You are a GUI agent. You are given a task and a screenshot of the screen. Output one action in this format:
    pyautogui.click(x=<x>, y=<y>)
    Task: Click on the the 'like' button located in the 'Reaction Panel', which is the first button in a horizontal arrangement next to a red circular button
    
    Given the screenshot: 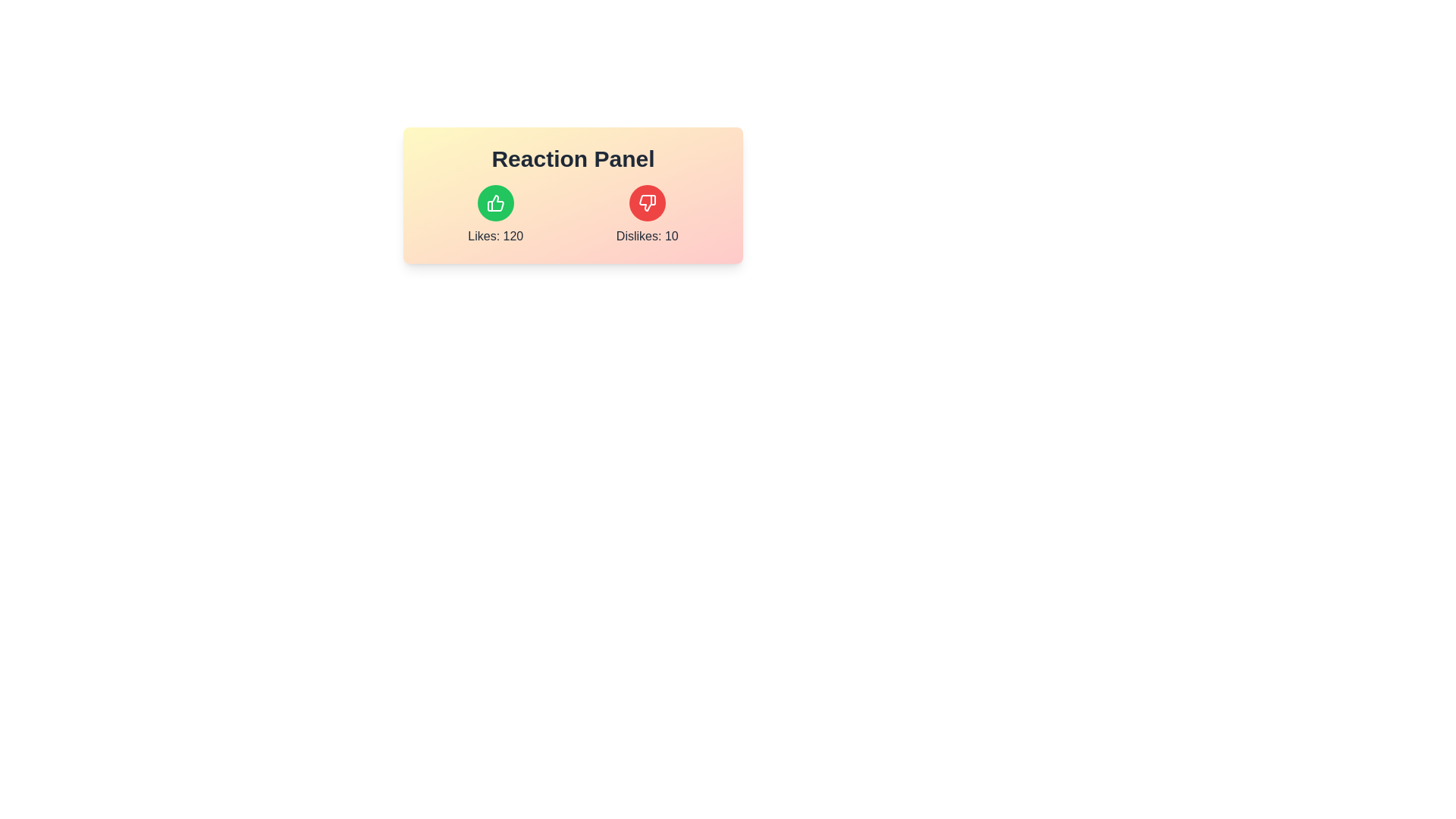 What is the action you would take?
    pyautogui.click(x=495, y=202)
    